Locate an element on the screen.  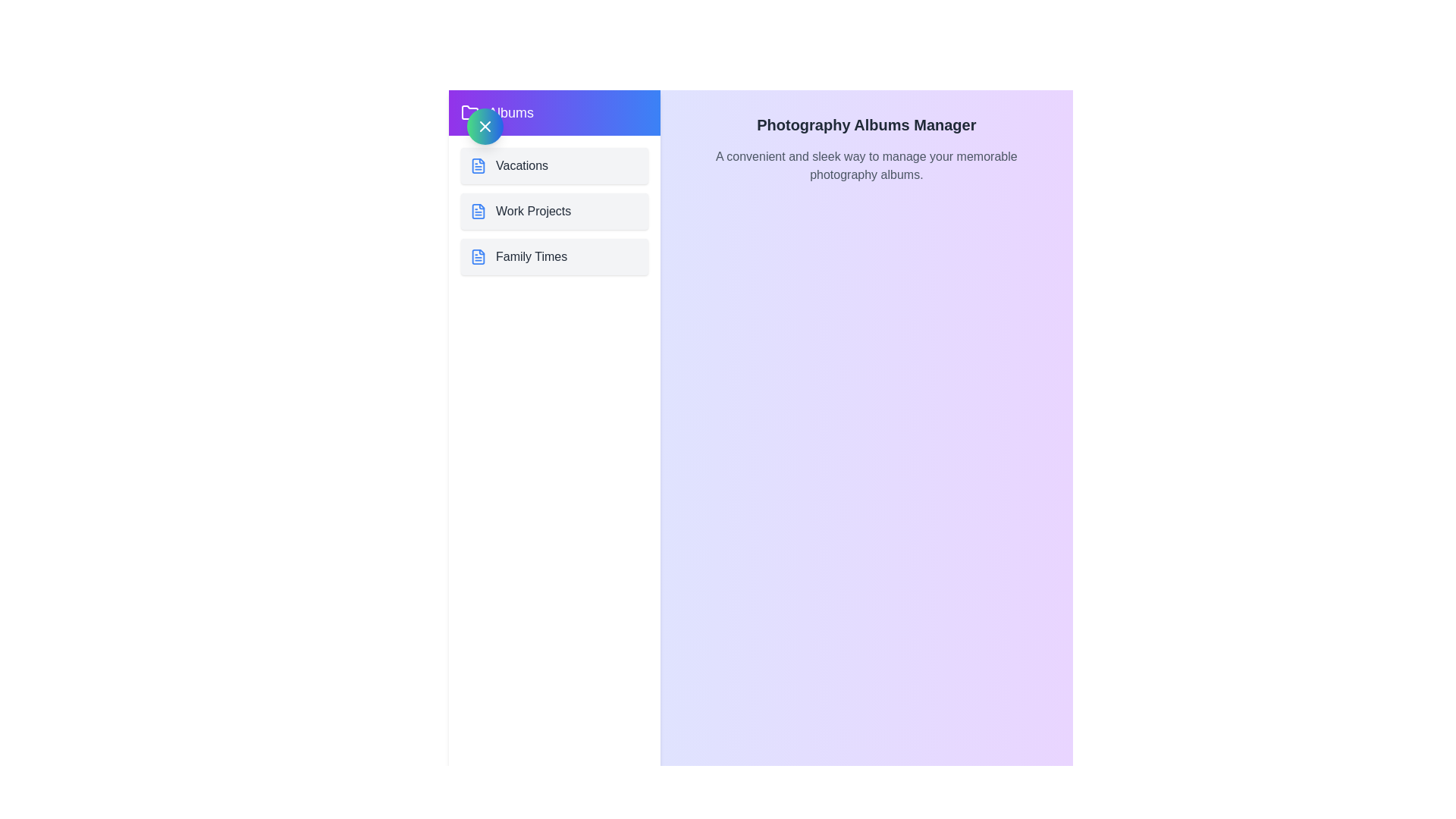
the album Vacations from the list is located at coordinates (553, 166).